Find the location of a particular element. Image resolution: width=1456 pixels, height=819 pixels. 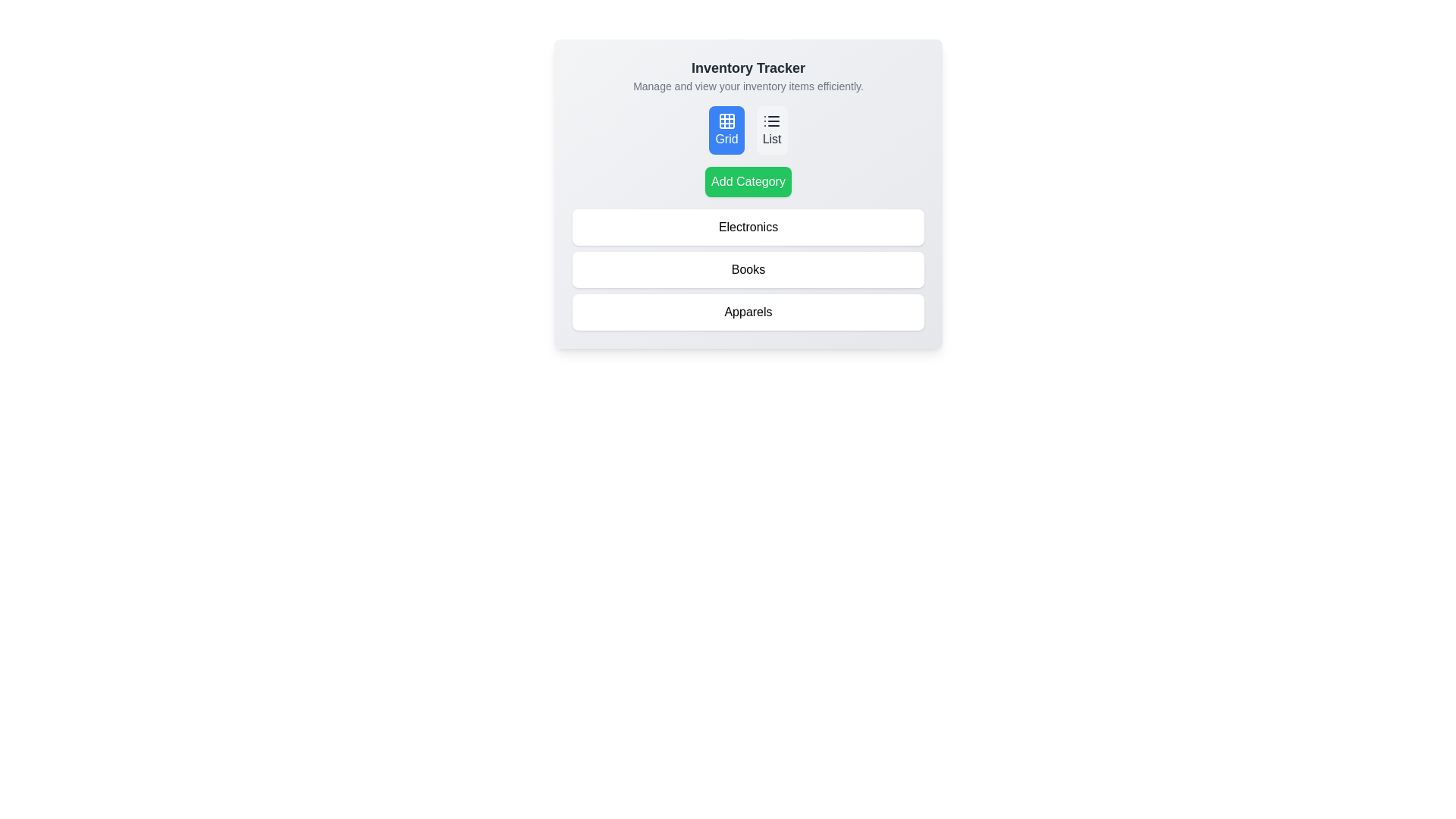

the inventory tracker toggle button, located second from the left in a horizontal button group, to switch to list view is located at coordinates (772, 130).